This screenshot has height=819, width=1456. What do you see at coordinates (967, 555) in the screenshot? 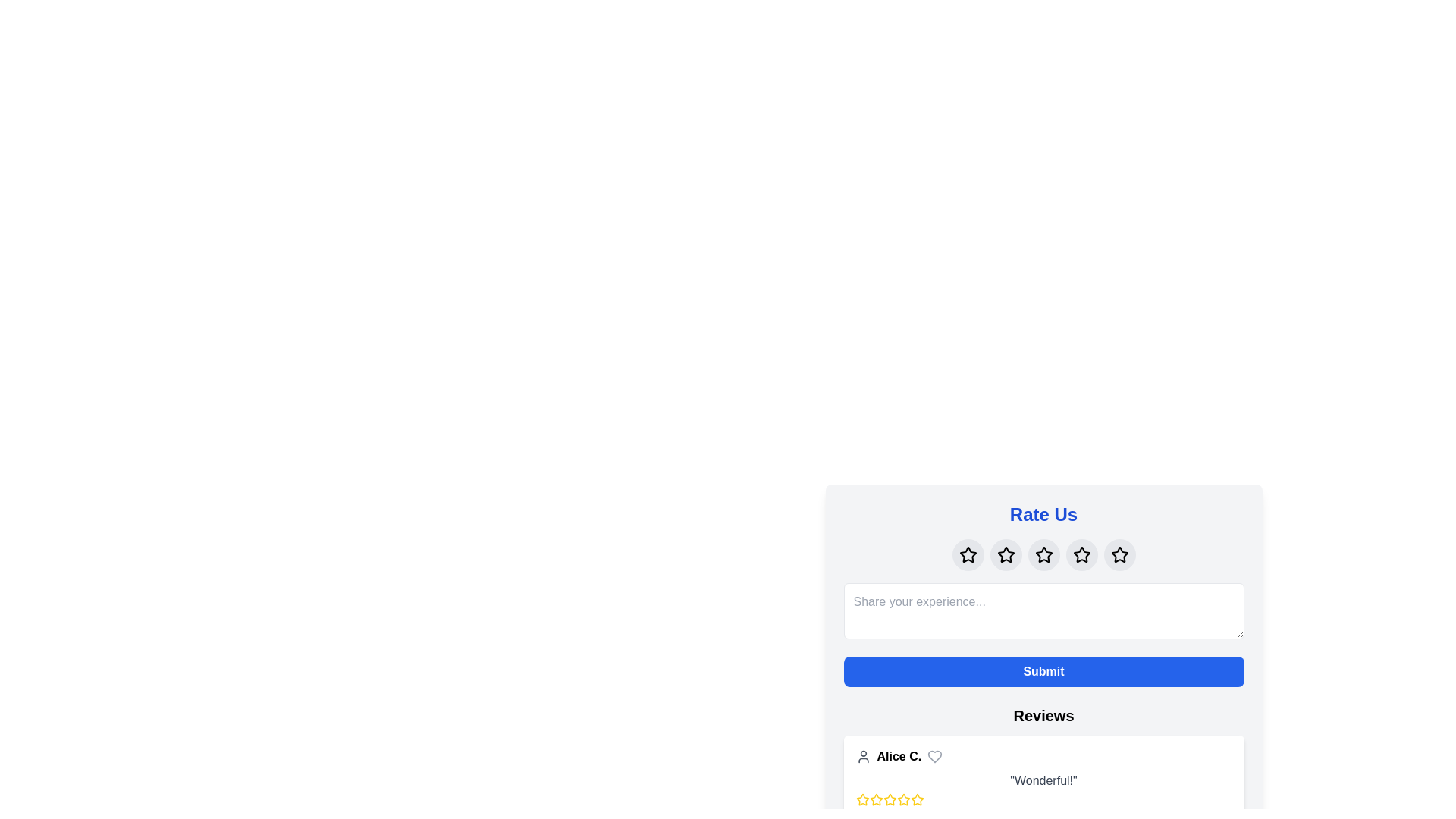
I see `the circular button with a gray background and a star-shaped icon outlined in black, located at the top of the feedback dialog` at bounding box center [967, 555].